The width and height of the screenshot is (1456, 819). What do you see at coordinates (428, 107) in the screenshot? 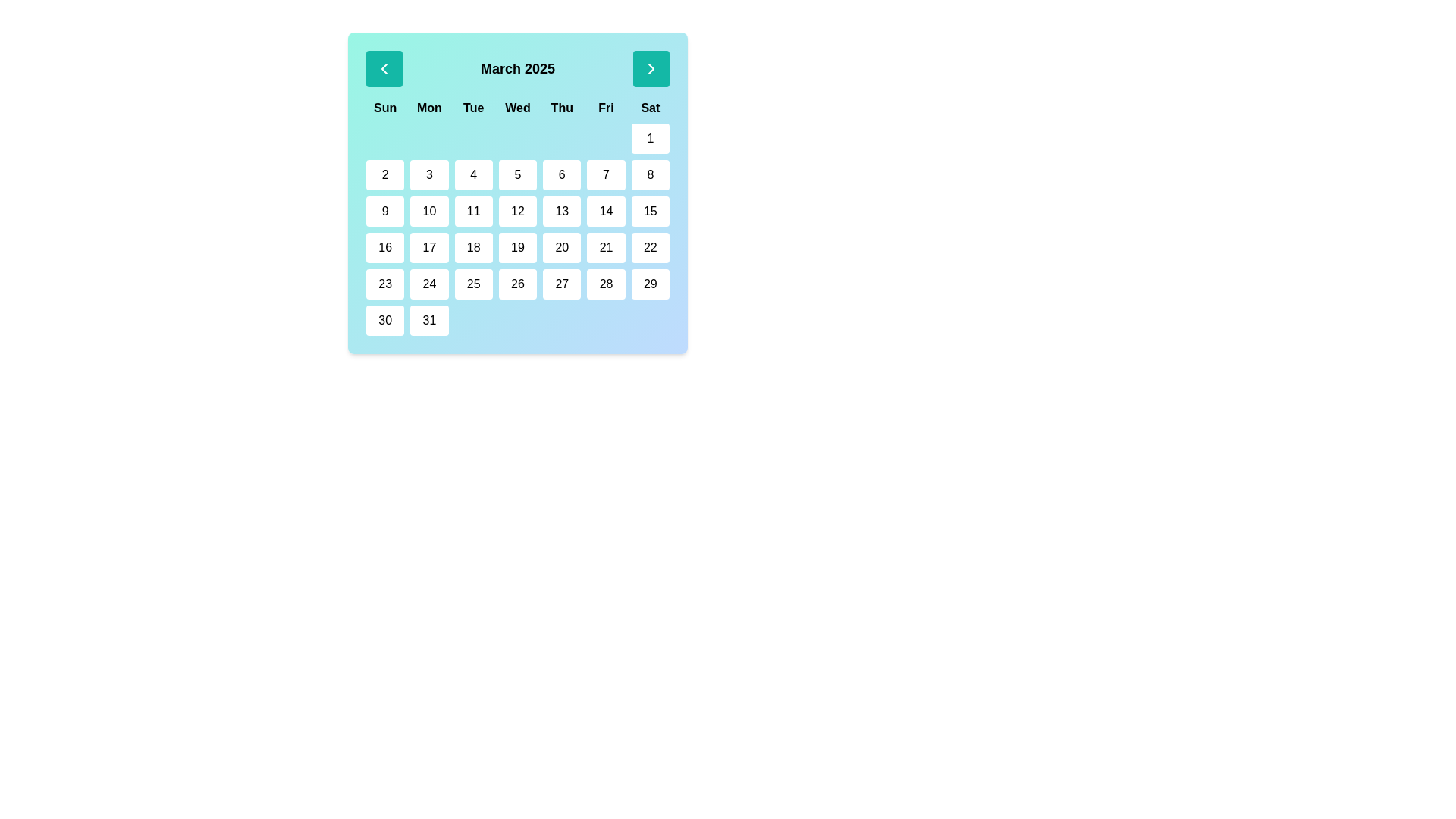
I see `the label displaying 'Mon' in bold, which is the second item in the top row of the calendar grid, located between 'Sun' and 'Tue'` at bounding box center [428, 107].